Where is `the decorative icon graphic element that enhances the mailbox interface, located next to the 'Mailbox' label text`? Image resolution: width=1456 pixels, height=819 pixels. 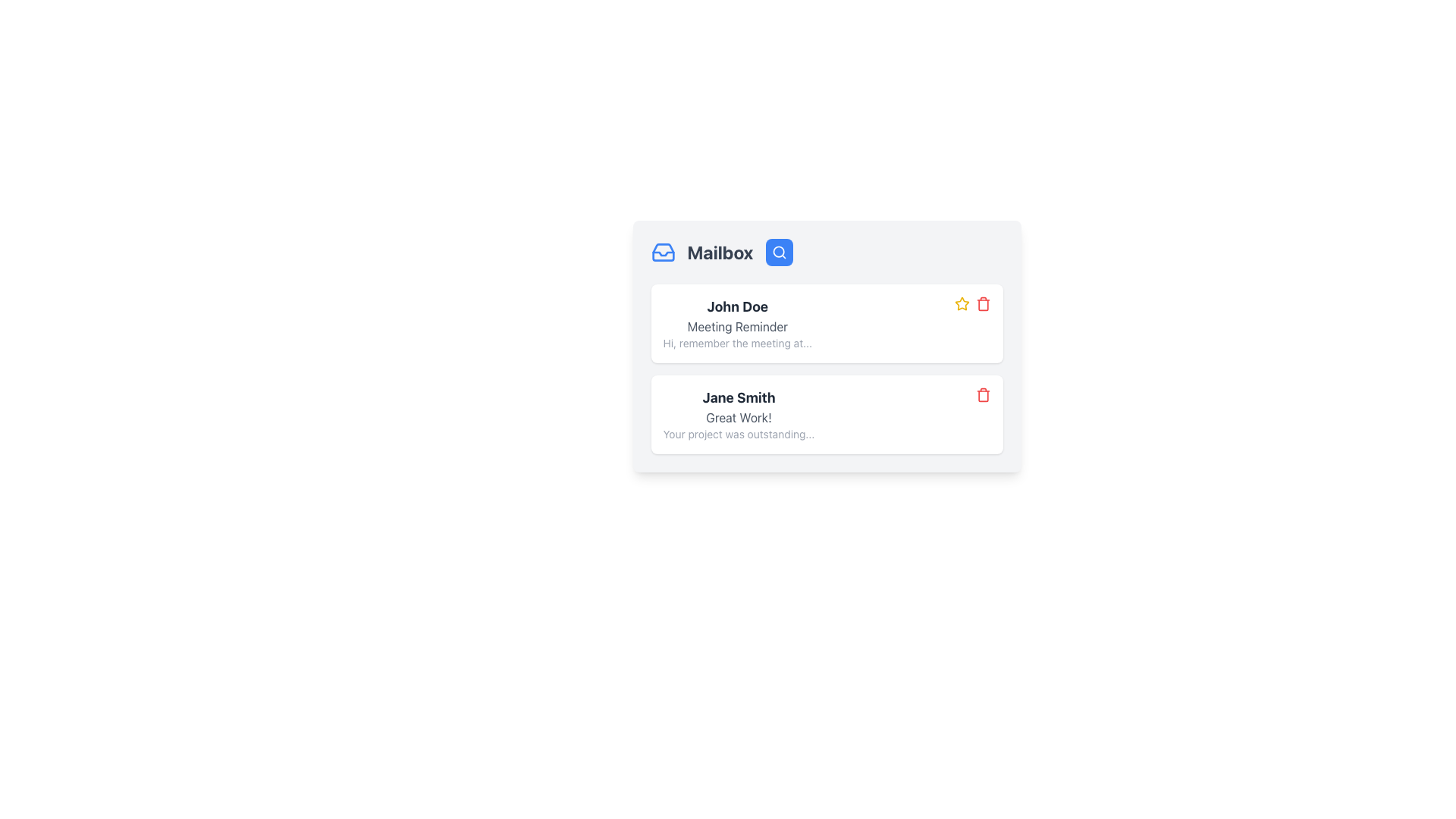
the decorative icon graphic element that enhances the mailbox interface, located next to the 'Mailbox' label text is located at coordinates (663, 253).